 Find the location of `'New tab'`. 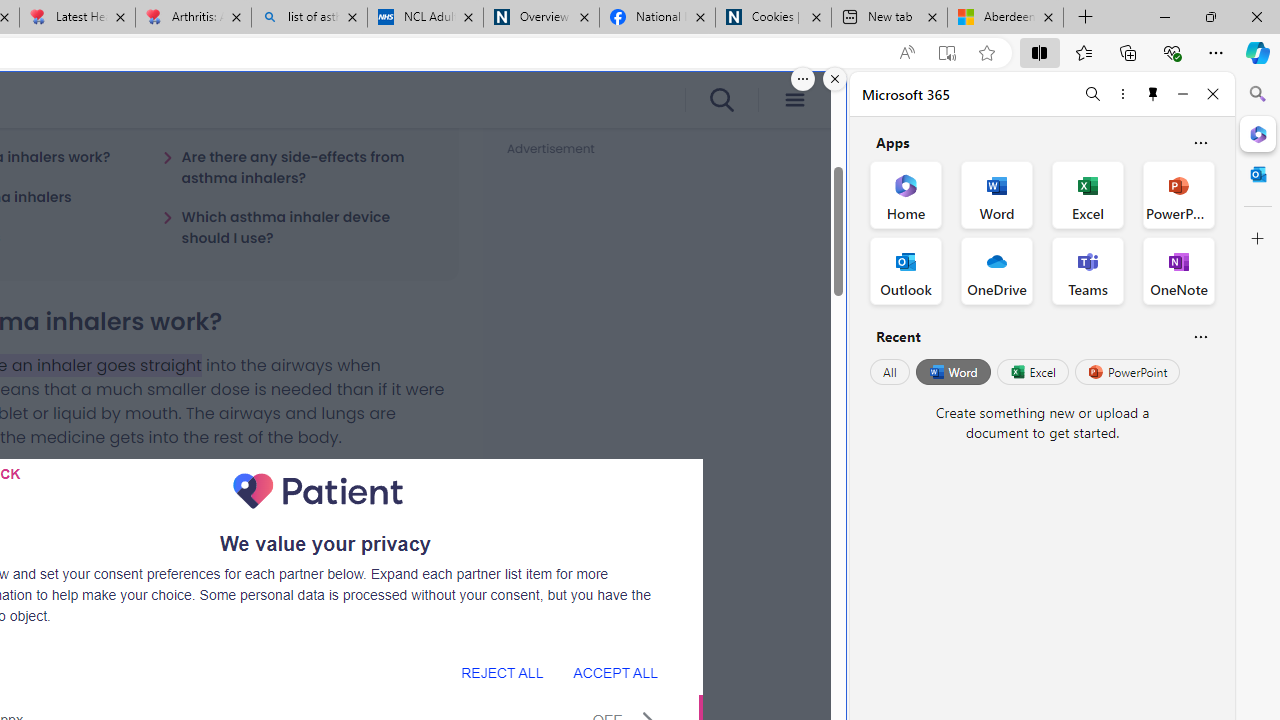

'New tab' is located at coordinates (888, 17).